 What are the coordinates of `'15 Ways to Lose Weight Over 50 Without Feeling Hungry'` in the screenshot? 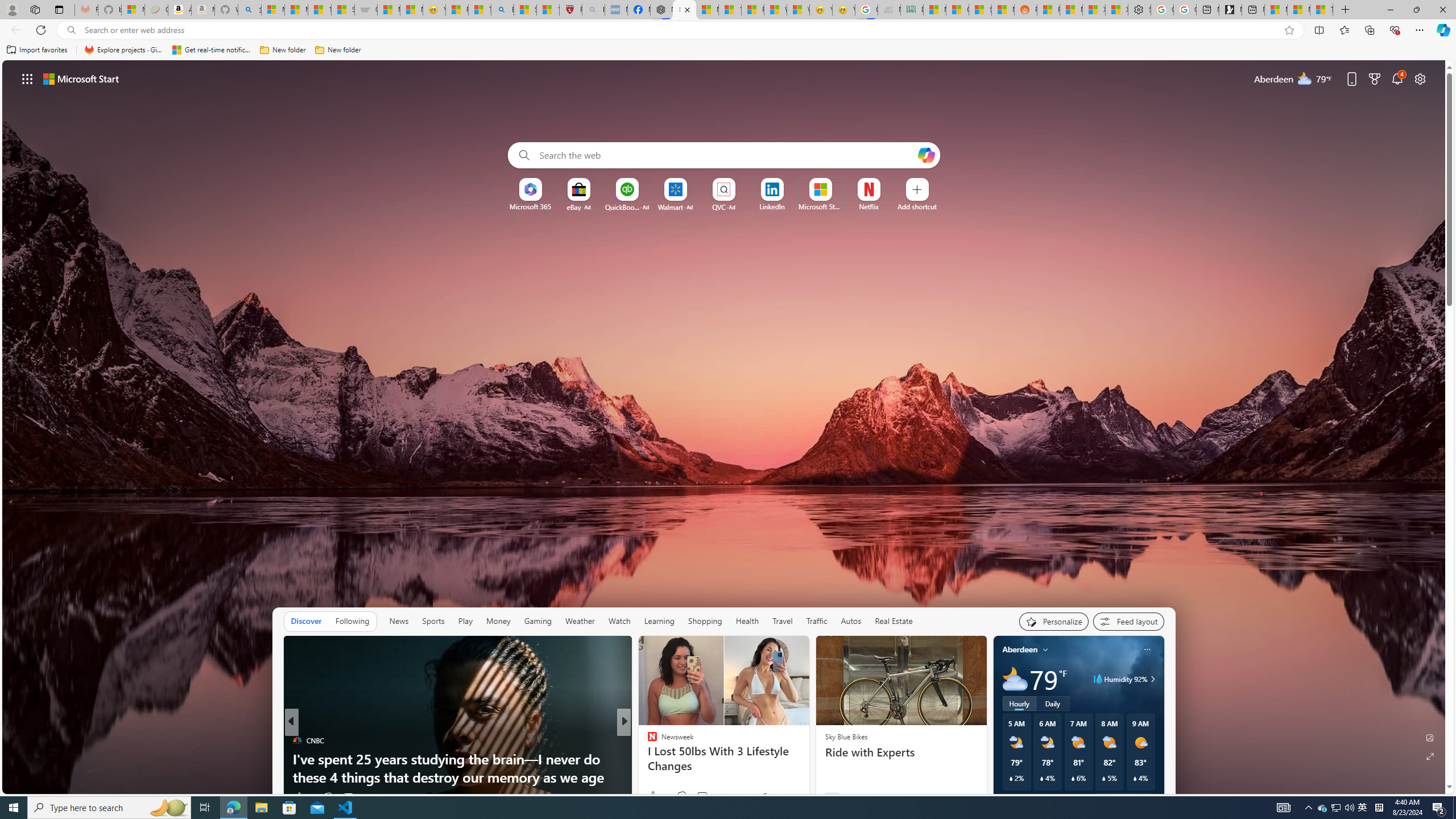 It's located at (806, 767).